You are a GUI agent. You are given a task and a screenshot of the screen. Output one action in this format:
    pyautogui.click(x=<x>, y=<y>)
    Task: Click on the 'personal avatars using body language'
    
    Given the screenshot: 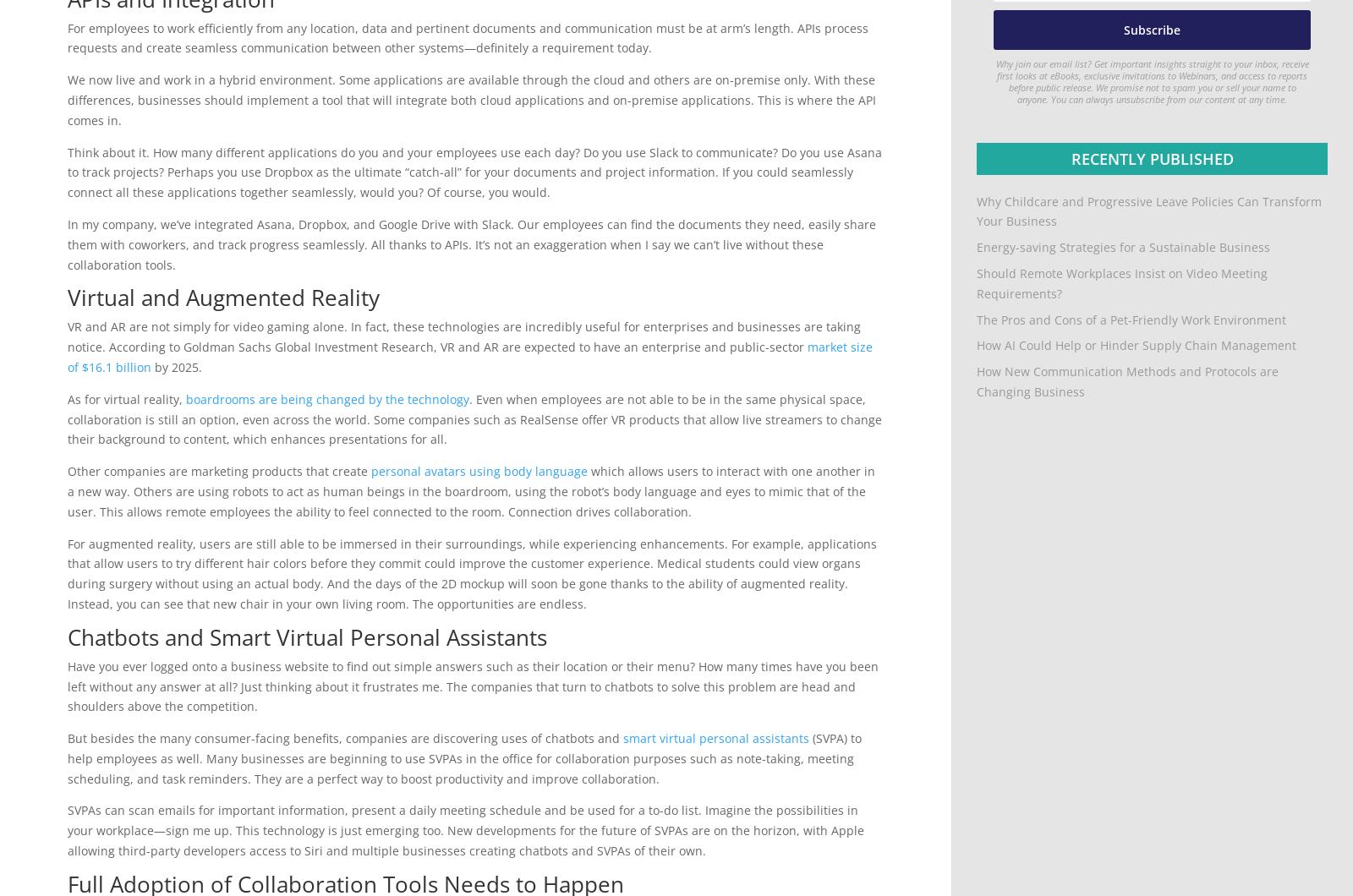 What is the action you would take?
    pyautogui.click(x=479, y=471)
    